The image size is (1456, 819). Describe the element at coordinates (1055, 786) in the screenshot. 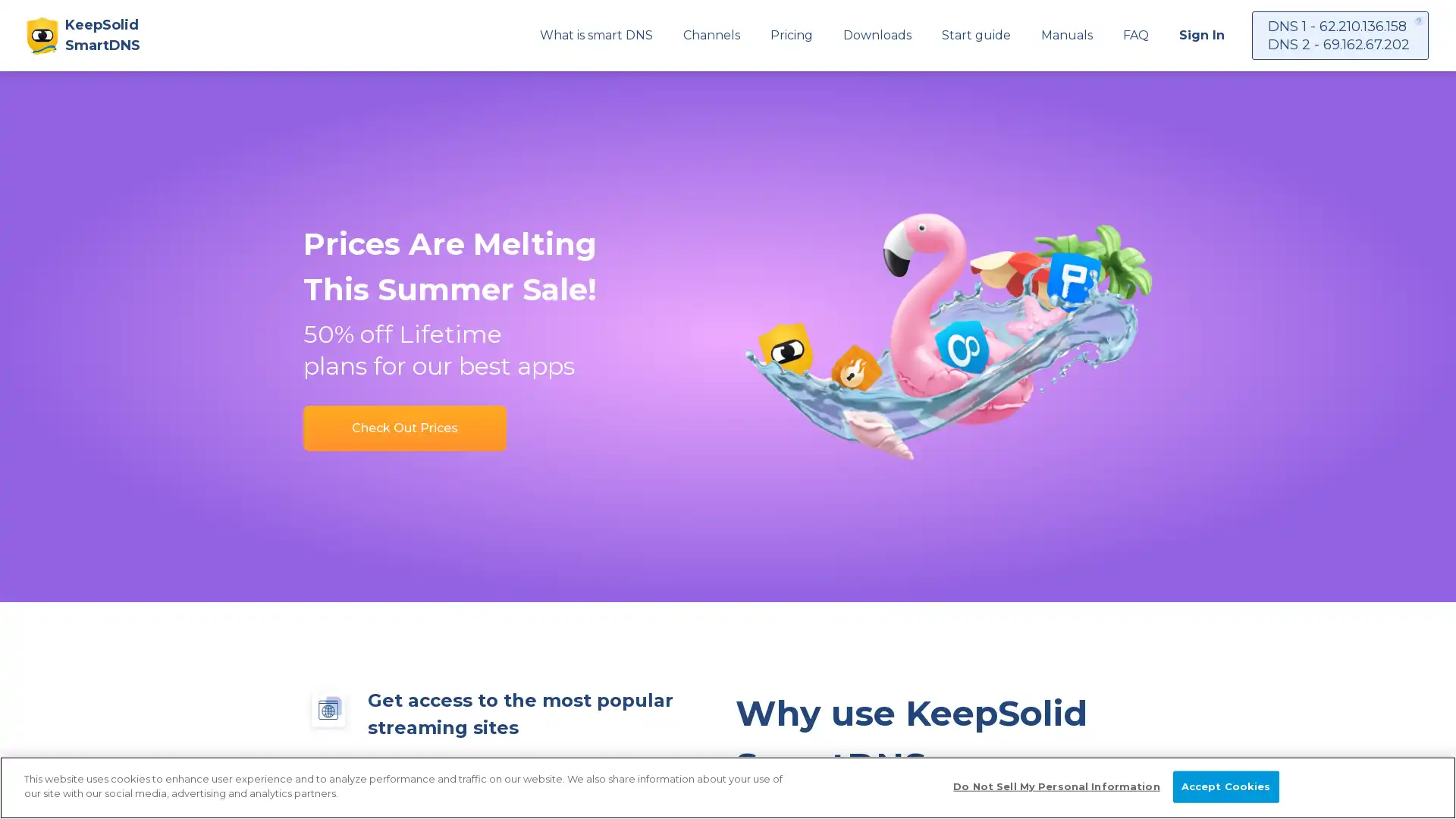

I see `Do Not Sell My Personal Information` at that location.